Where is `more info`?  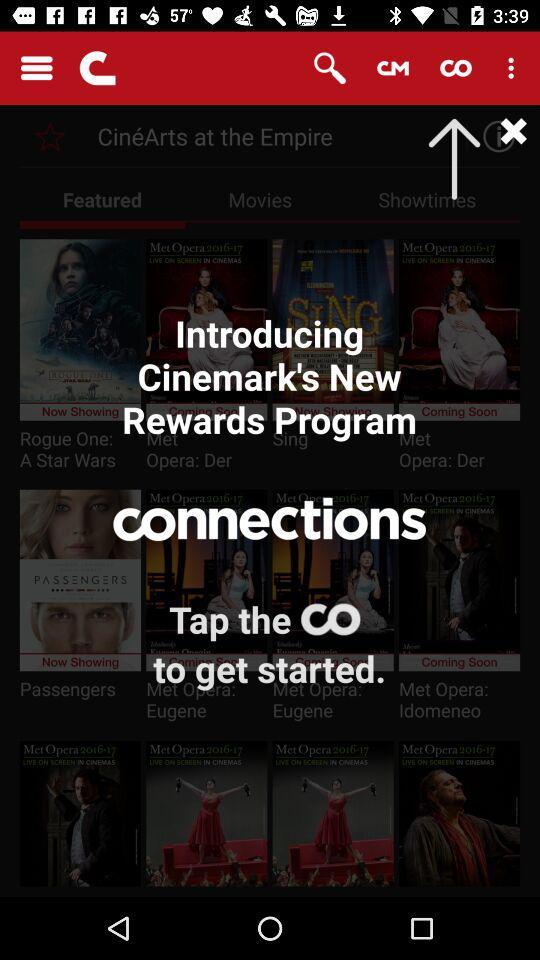
more info is located at coordinates (492, 135).